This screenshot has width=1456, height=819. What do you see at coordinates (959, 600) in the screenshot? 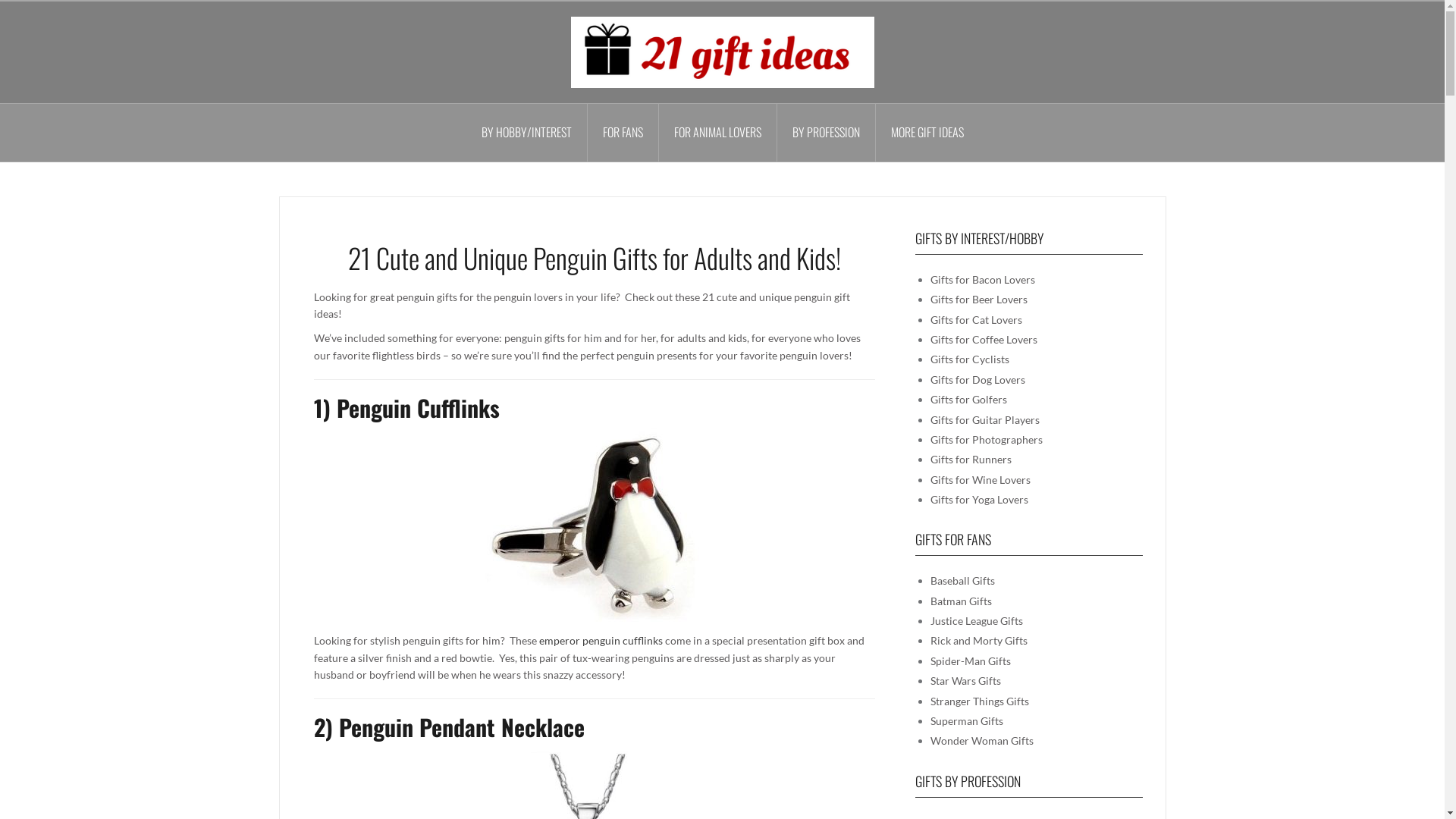
I see `'Batman Gifts'` at bounding box center [959, 600].